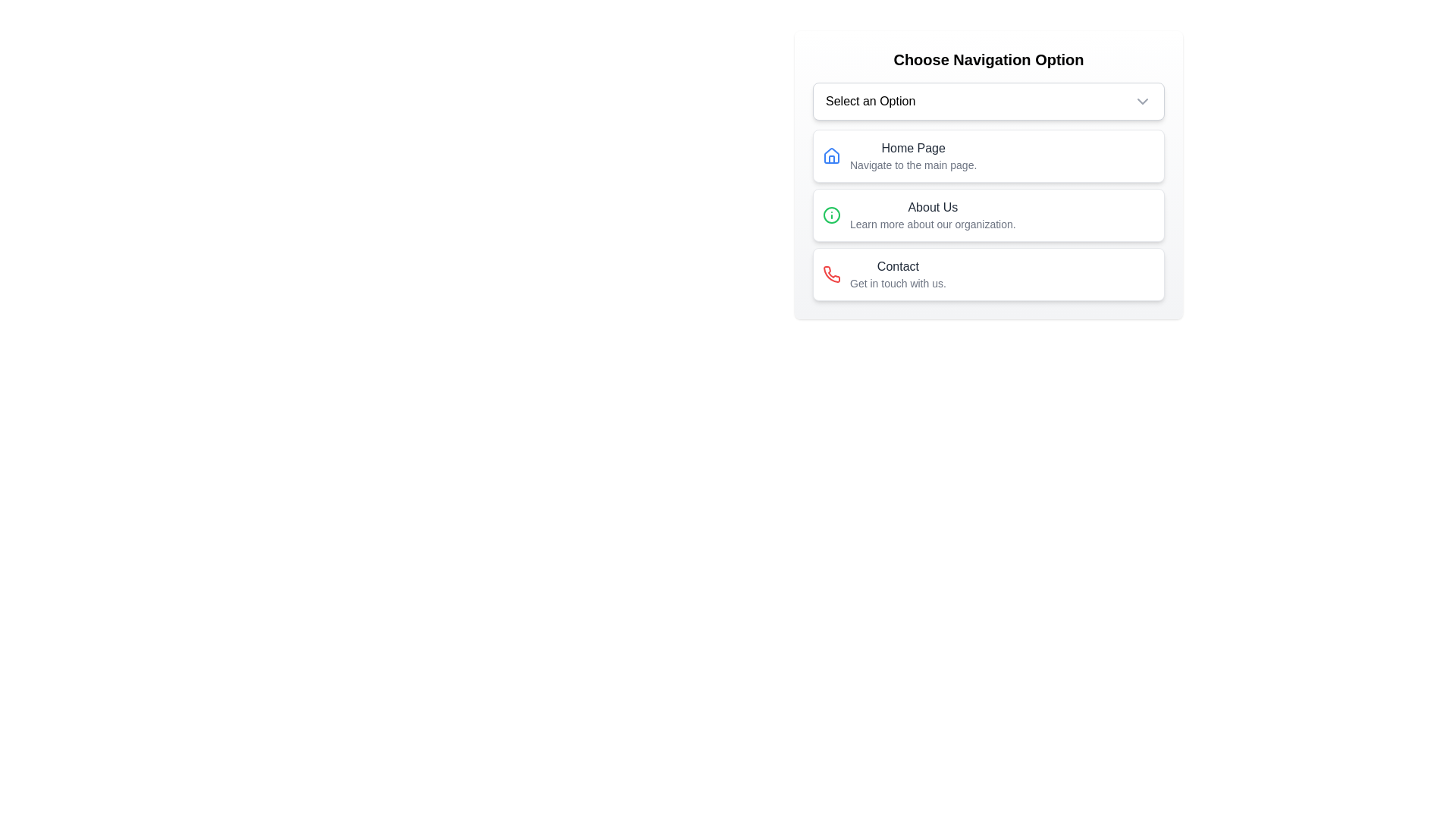 The height and width of the screenshot is (819, 1456). What do you see at coordinates (898, 284) in the screenshot?
I see `the text label that reads 'Get in touch with us.' which is styled in gray (#gray-500) and positioned below the 'Contact' header in the Contact section of the navigation menu` at bounding box center [898, 284].